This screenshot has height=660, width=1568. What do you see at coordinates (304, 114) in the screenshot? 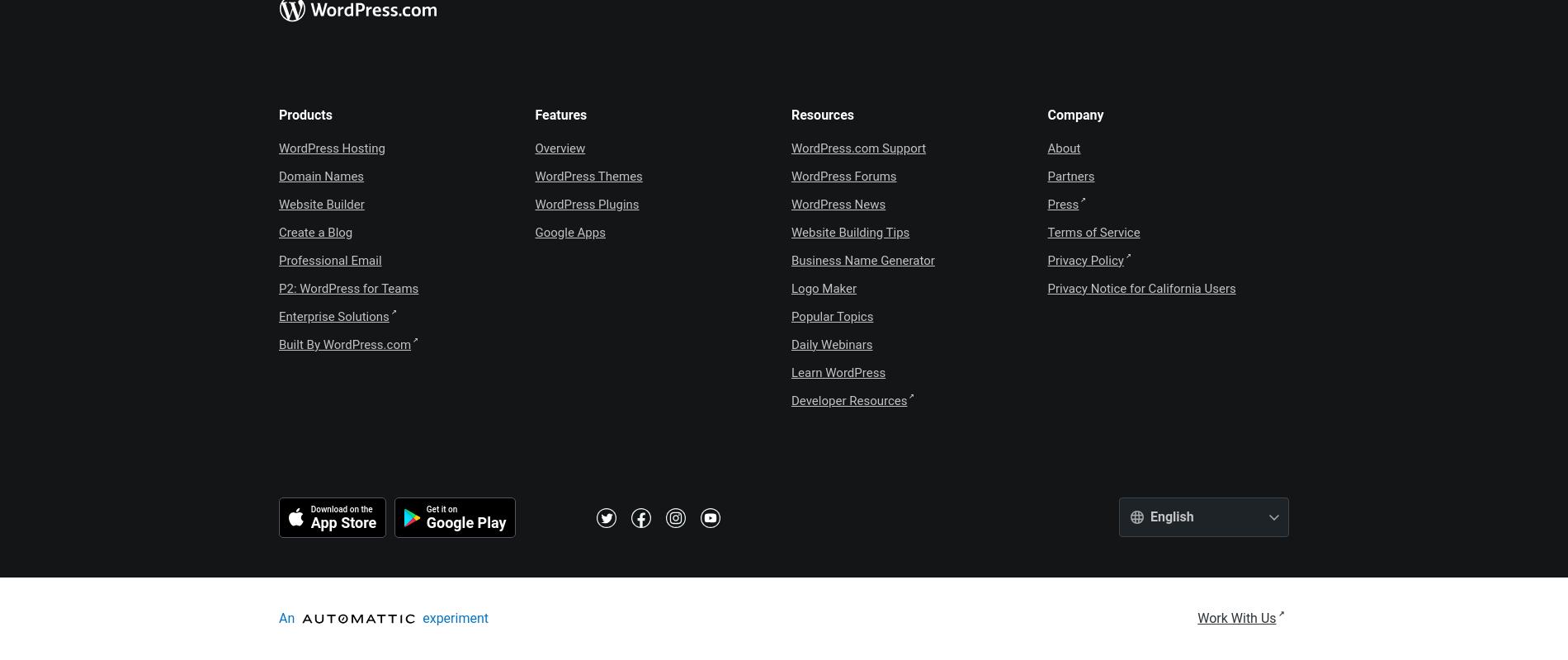
I see `'Products'` at bounding box center [304, 114].